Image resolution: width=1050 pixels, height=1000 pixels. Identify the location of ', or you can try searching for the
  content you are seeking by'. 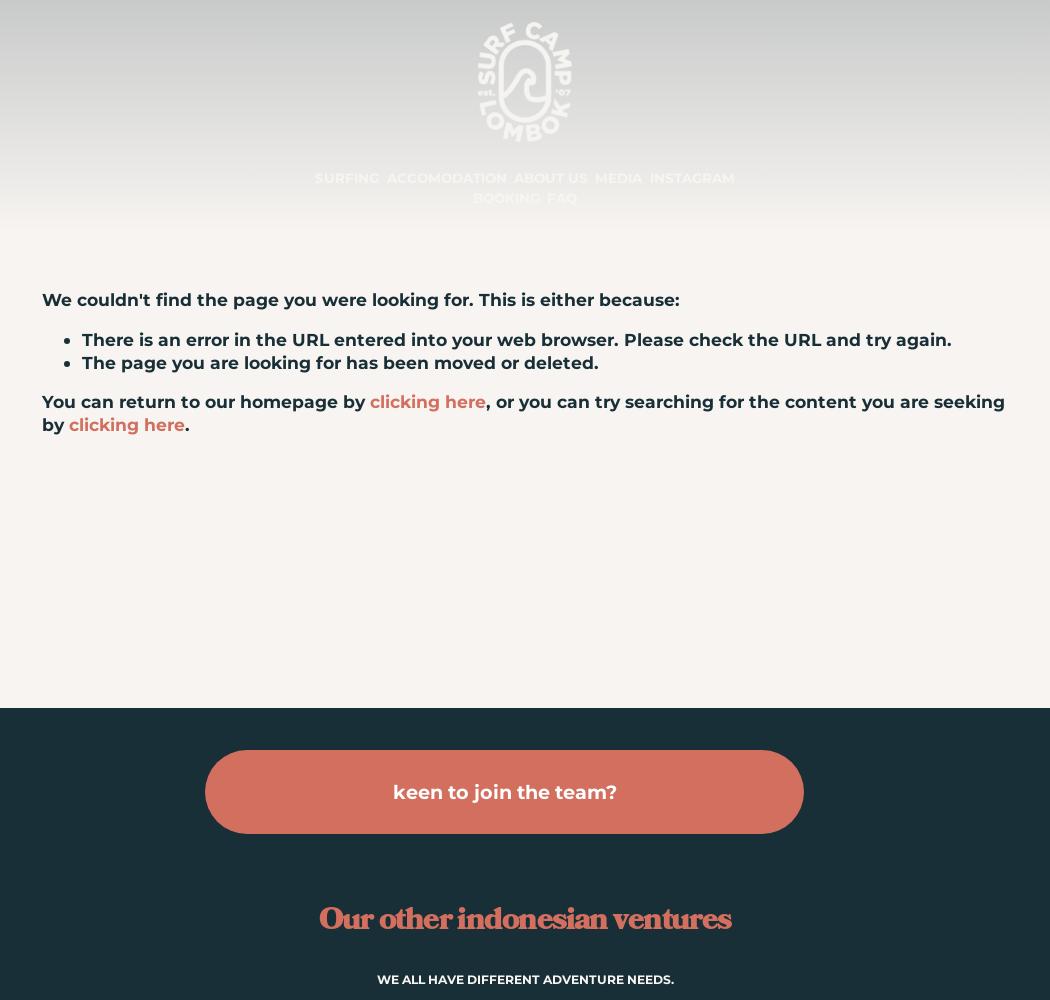
(522, 412).